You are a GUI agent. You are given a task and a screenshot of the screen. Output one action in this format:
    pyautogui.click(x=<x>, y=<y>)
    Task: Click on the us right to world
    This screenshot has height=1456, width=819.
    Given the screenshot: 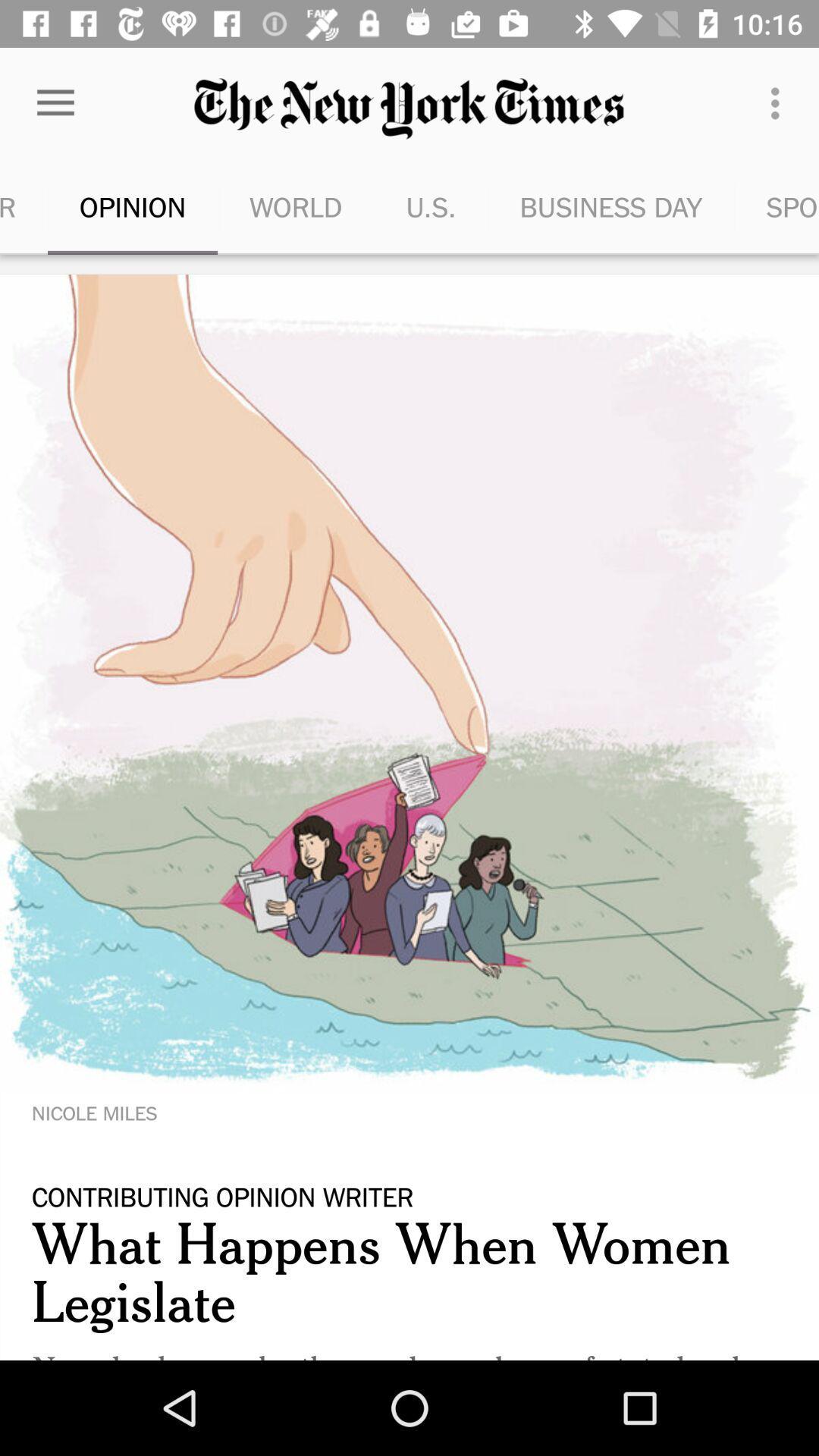 What is the action you would take?
    pyautogui.click(x=431, y=206)
    